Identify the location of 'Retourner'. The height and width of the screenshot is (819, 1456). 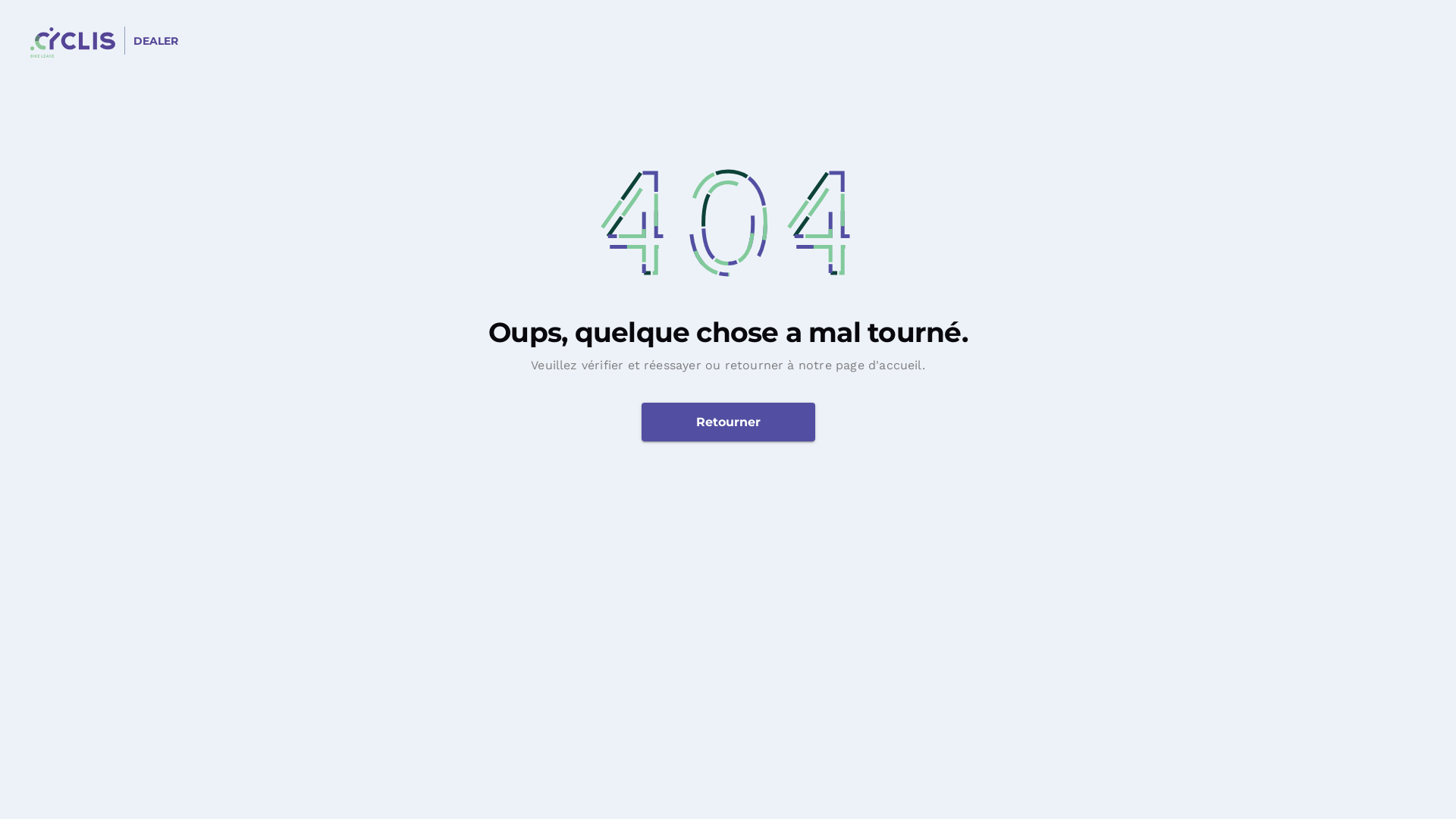
(728, 422).